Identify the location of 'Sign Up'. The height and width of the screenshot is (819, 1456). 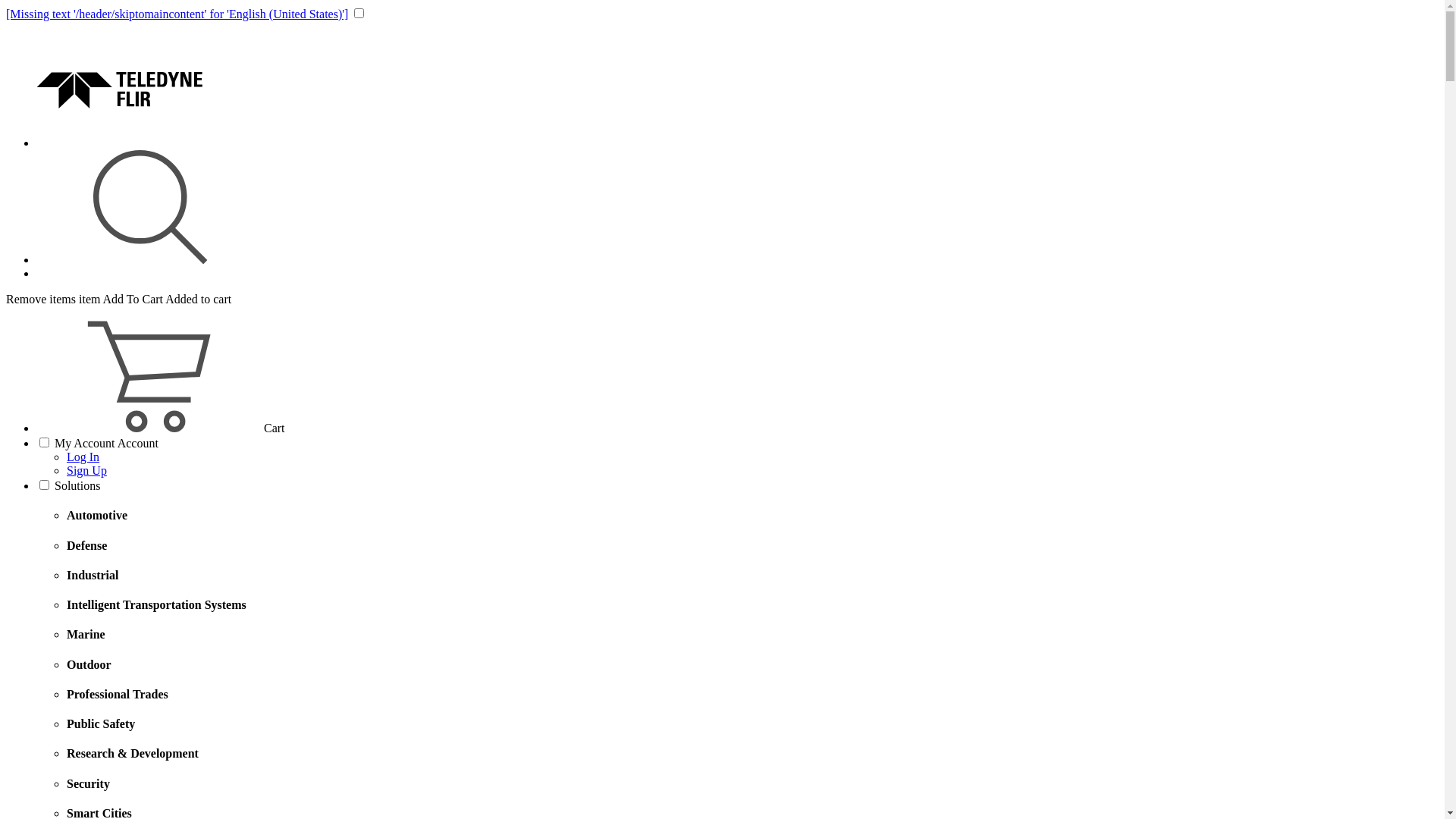
(86, 469).